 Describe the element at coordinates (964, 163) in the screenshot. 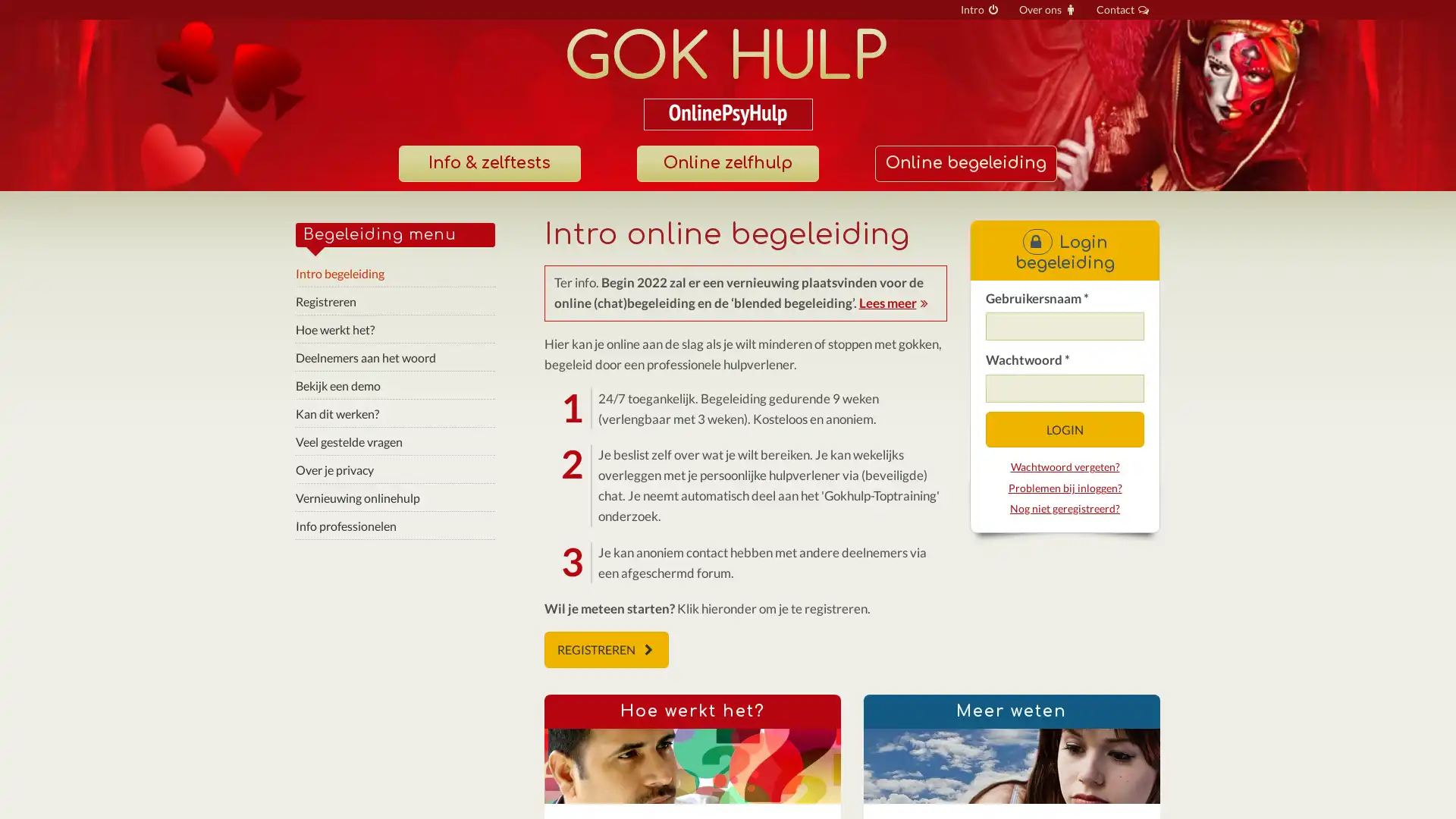

I see `Online begeleiding` at that location.